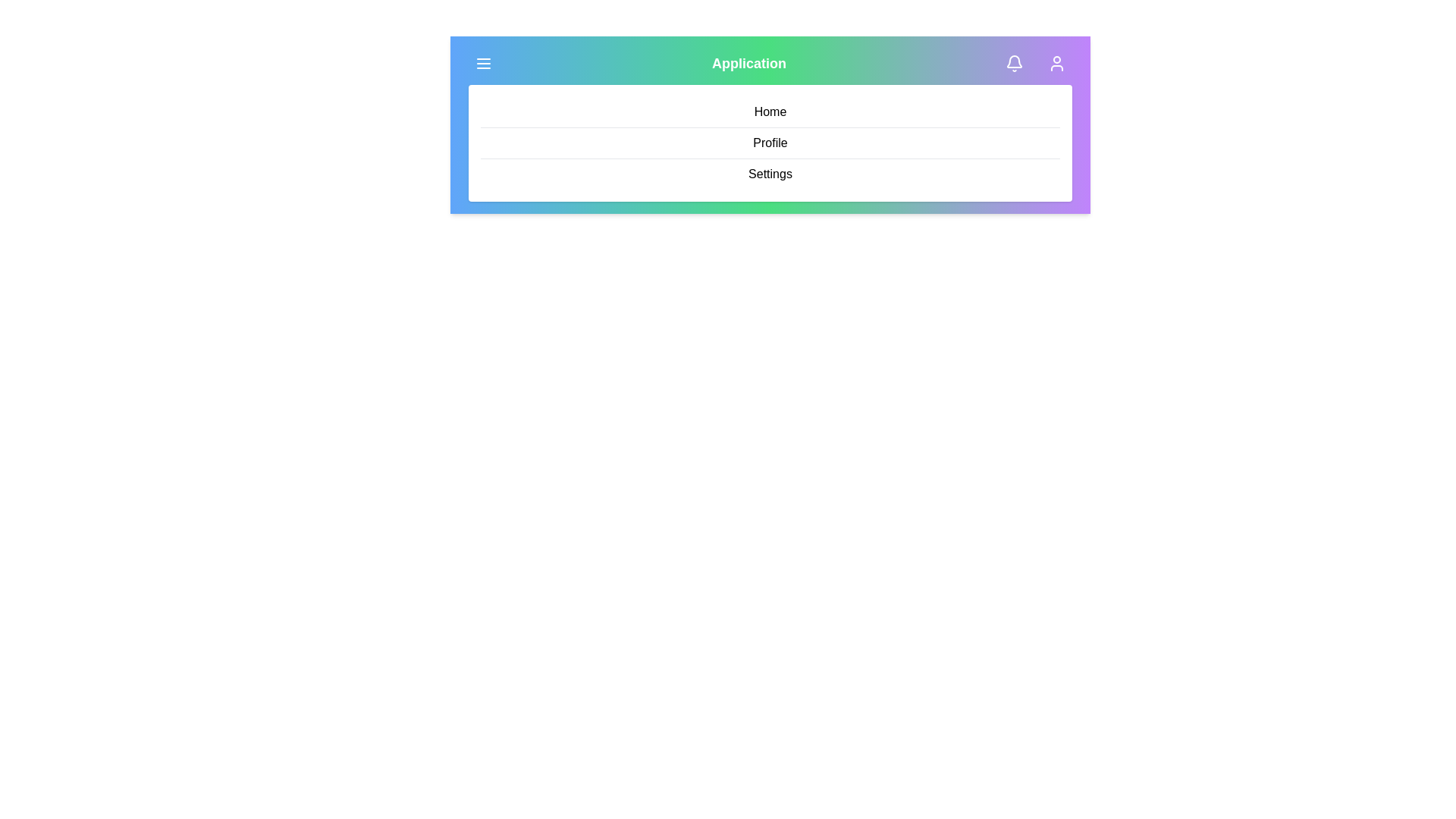 The height and width of the screenshot is (819, 1456). Describe the element at coordinates (1015, 63) in the screenshot. I see `the notification icon to interact with it` at that location.